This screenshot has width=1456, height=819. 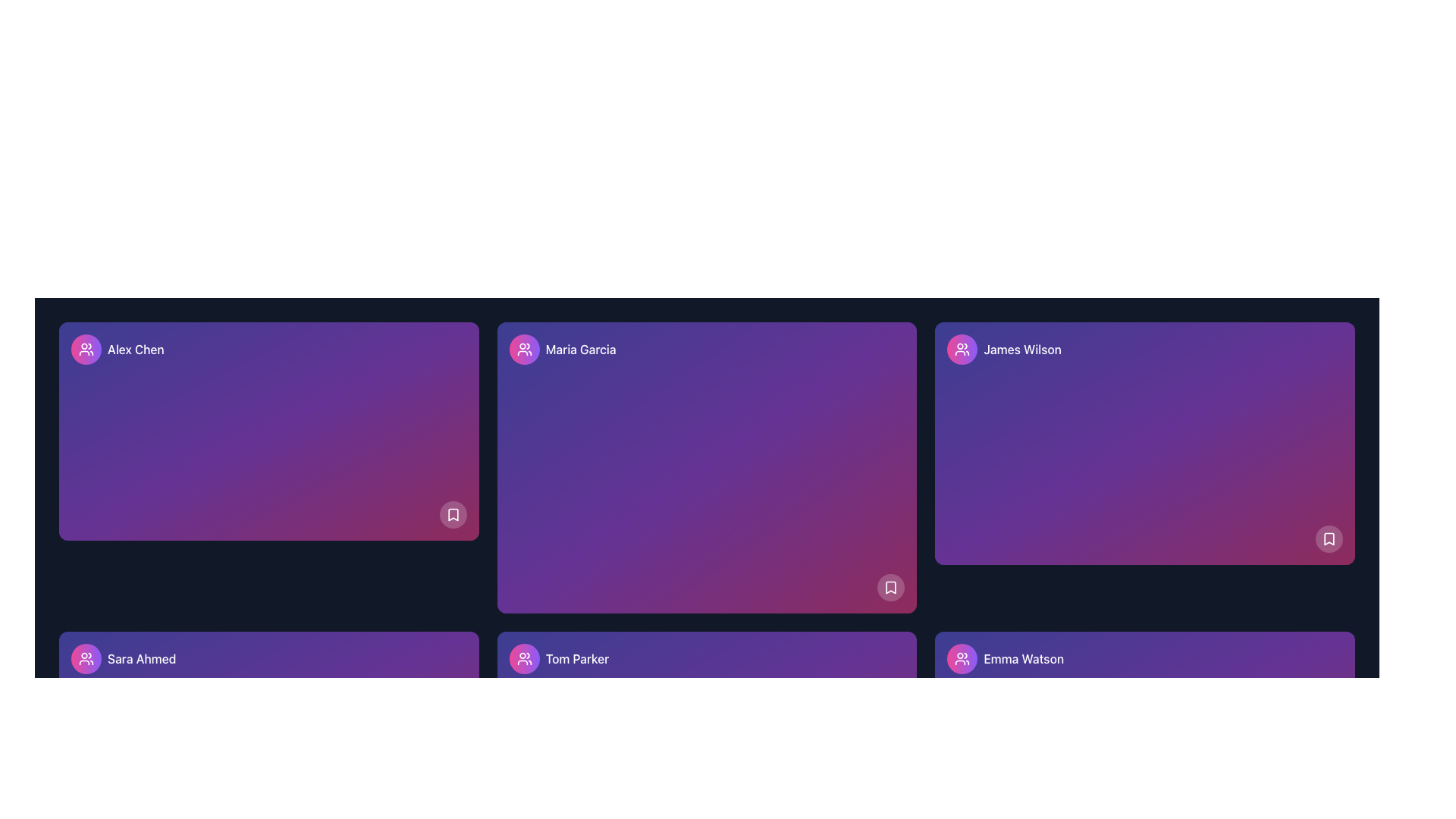 What do you see at coordinates (1328, 538) in the screenshot?
I see `the small bookmark icon button with a white outline and transparent fill, located at the bottom-right corner of the card labeled 'James Wilson', to bookmark` at bounding box center [1328, 538].